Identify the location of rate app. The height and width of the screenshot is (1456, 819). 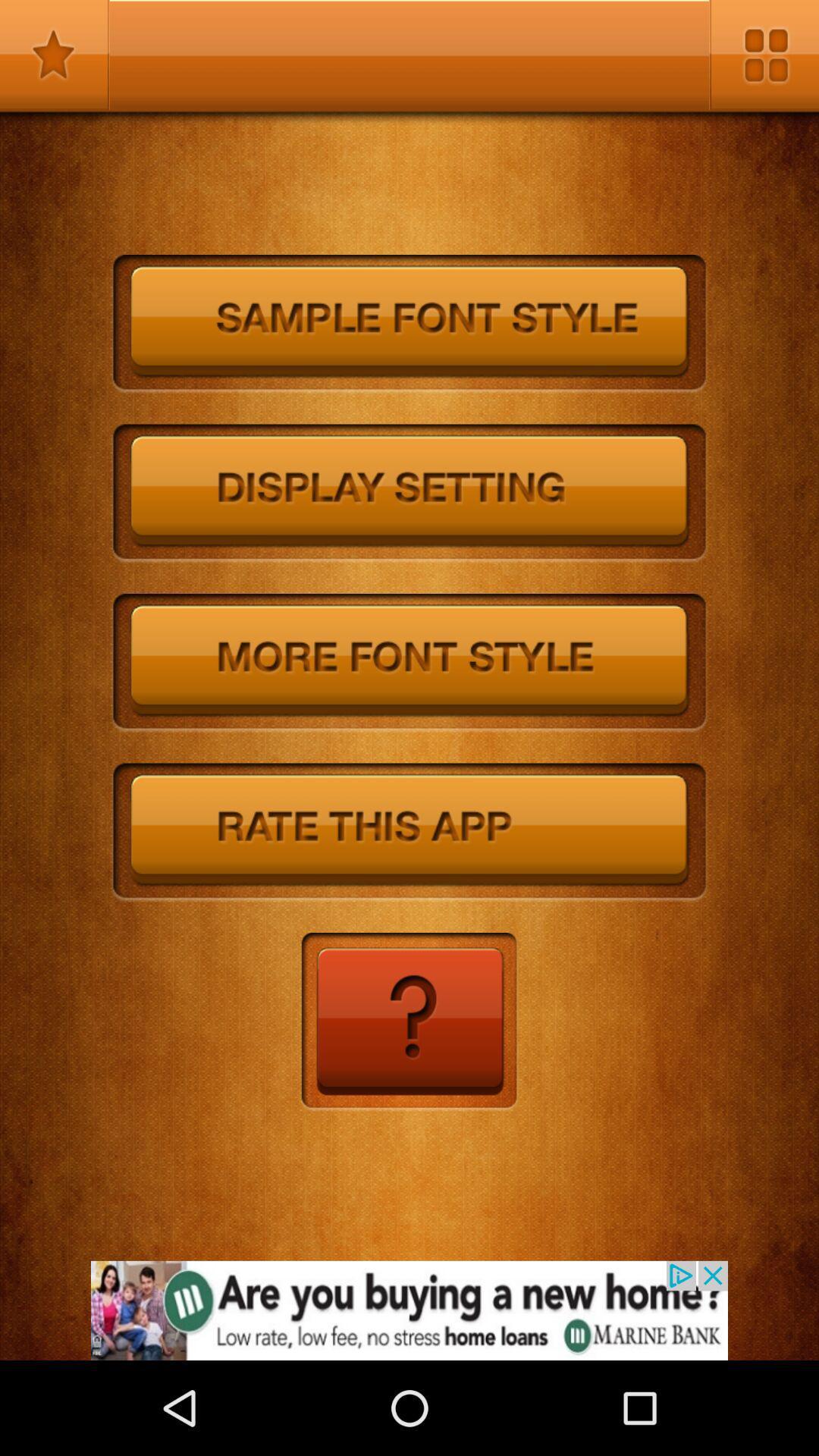
(409, 832).